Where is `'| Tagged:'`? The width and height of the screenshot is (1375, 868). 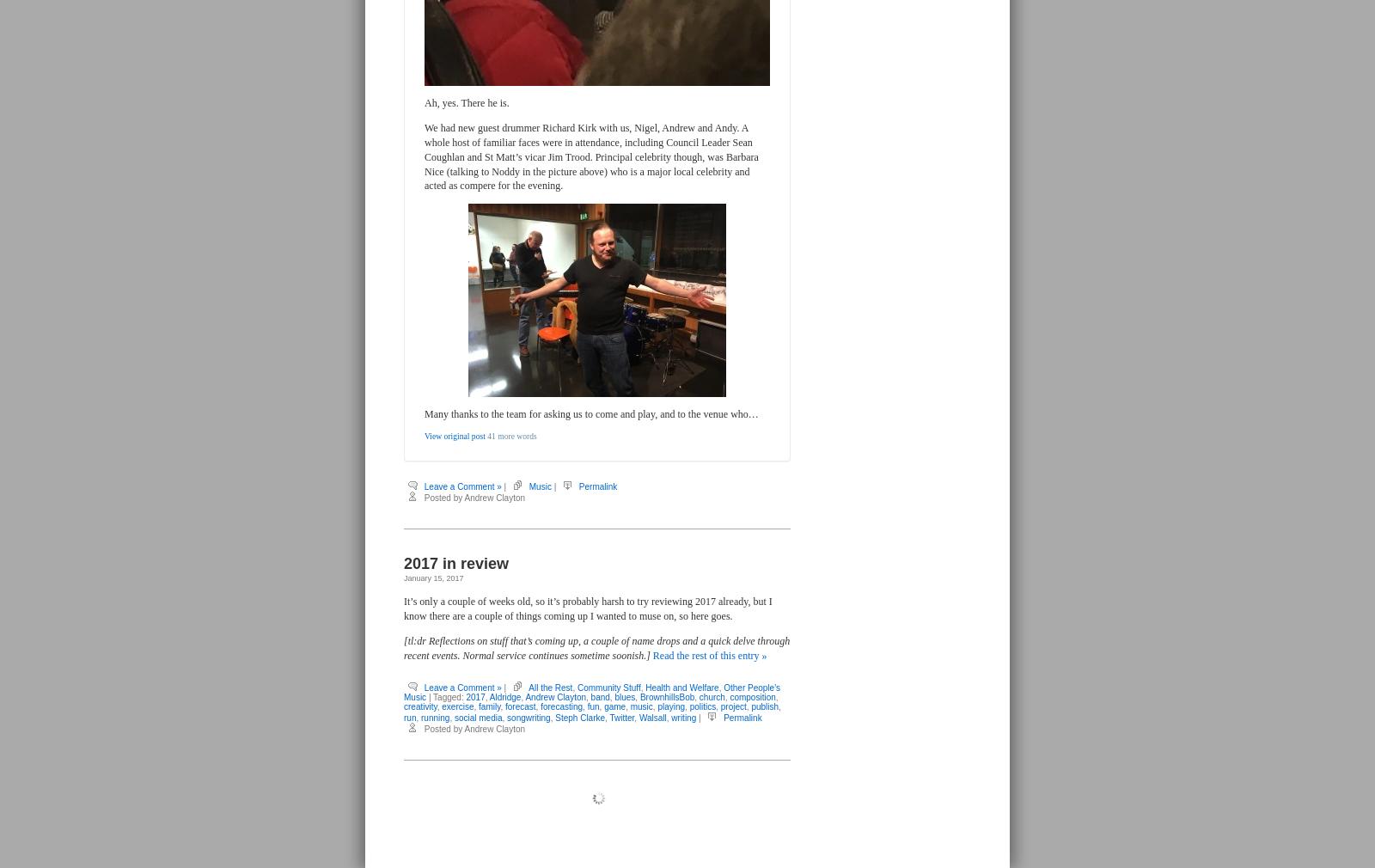
'| Tagged:' is located at coordinates (445, 697).